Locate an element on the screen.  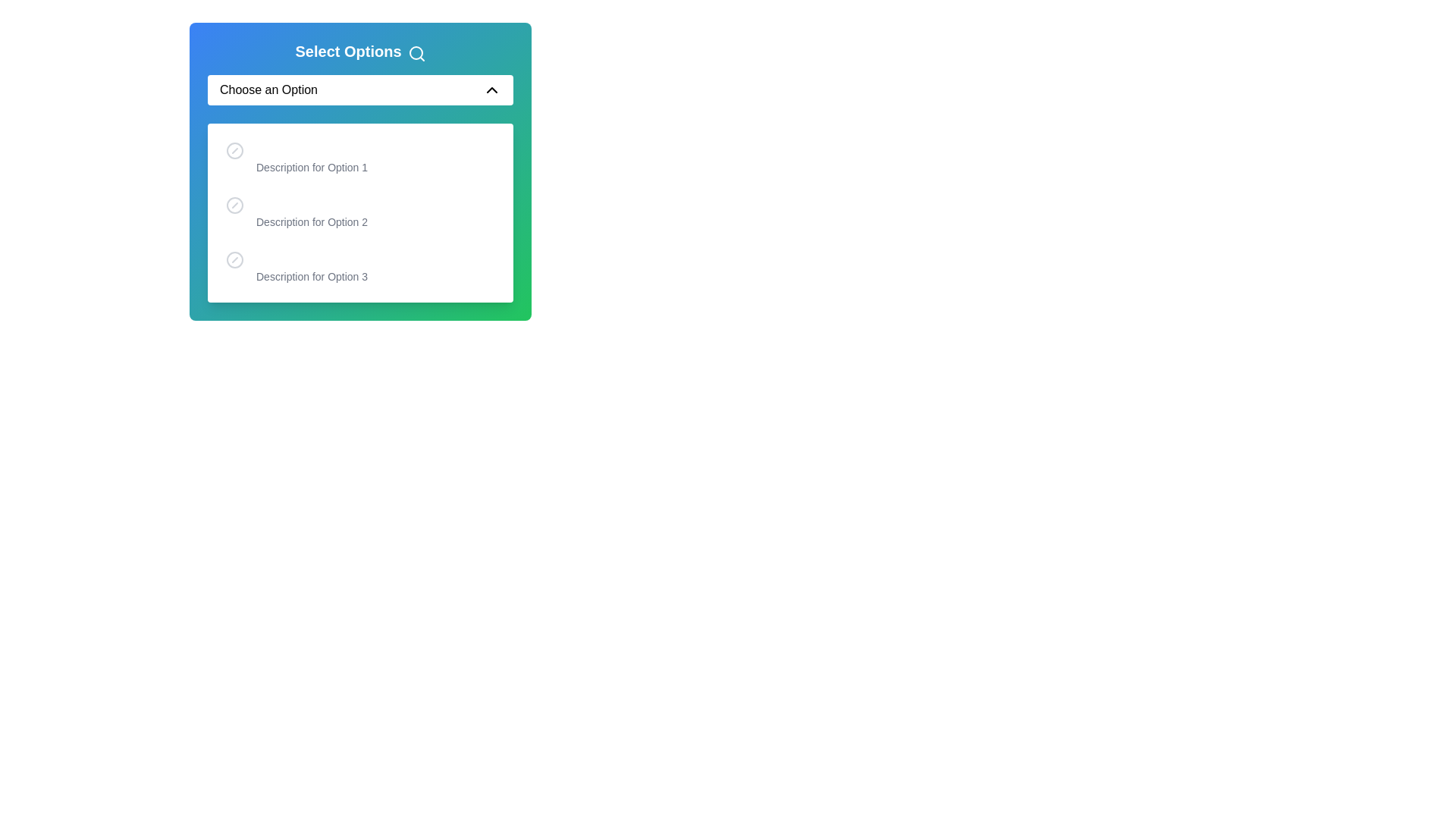
the third icon in the dropdown menu that signifies a status of non-selection or restriction for 'Option 3Description for Option 3' is located at coordinates (234, 259).